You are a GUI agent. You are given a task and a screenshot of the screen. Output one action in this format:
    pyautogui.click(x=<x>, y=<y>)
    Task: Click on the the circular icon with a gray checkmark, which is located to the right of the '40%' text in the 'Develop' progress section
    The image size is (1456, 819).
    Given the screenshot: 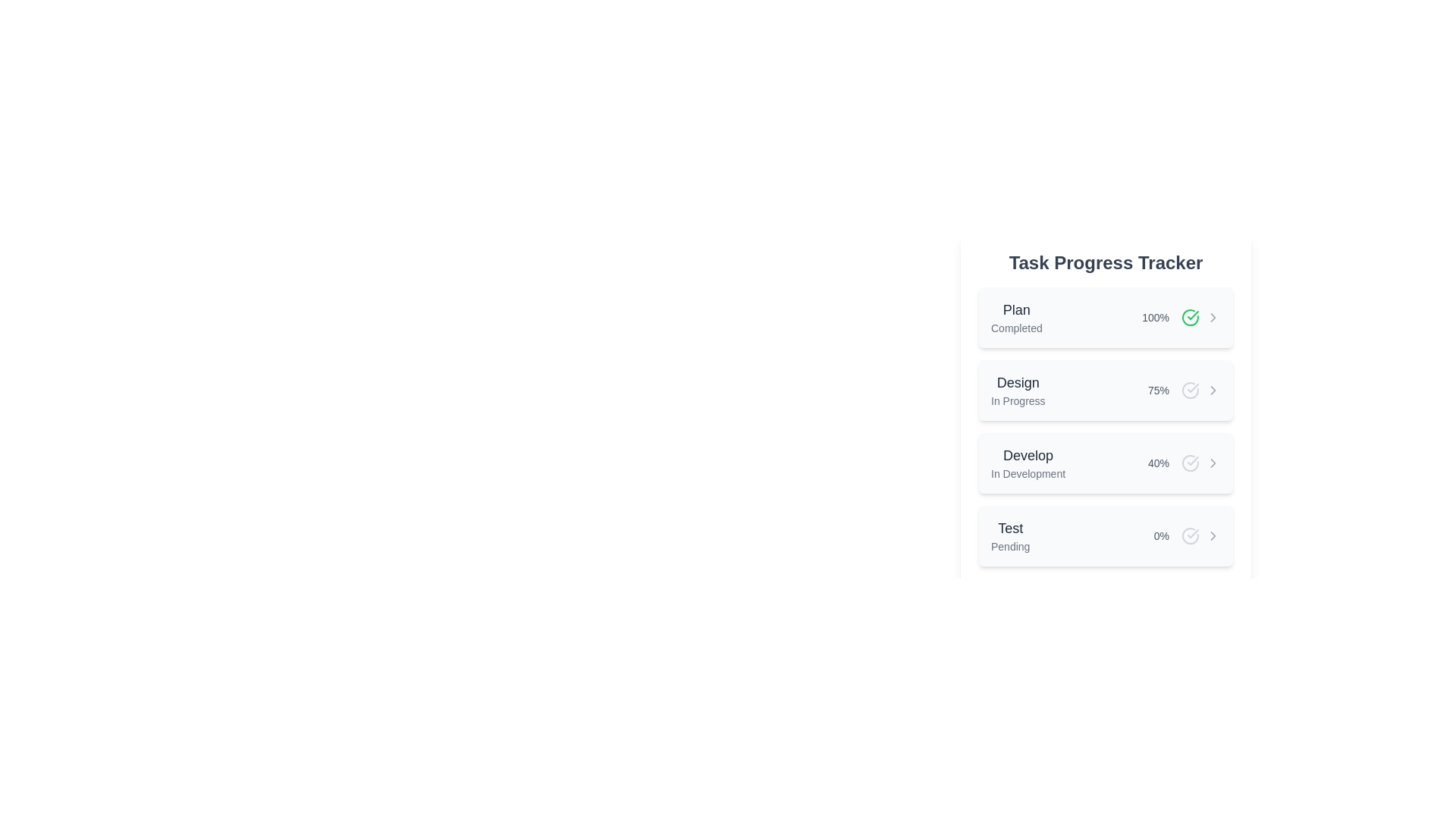 What is the action you would take?
    pyautogui.click(x=1189, y=462)
    